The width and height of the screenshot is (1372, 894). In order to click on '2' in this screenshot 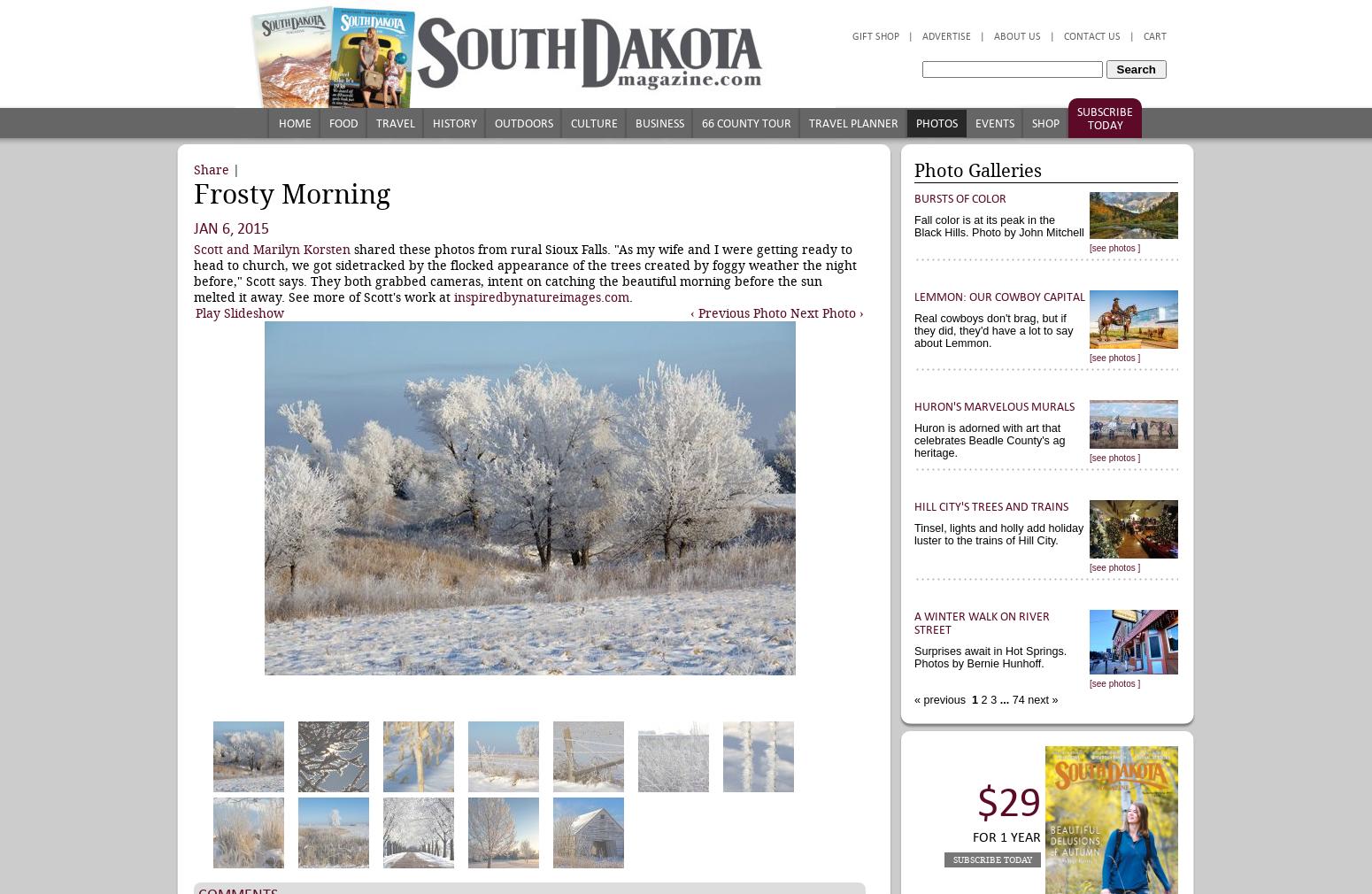, I will do `click(981, 700)`.